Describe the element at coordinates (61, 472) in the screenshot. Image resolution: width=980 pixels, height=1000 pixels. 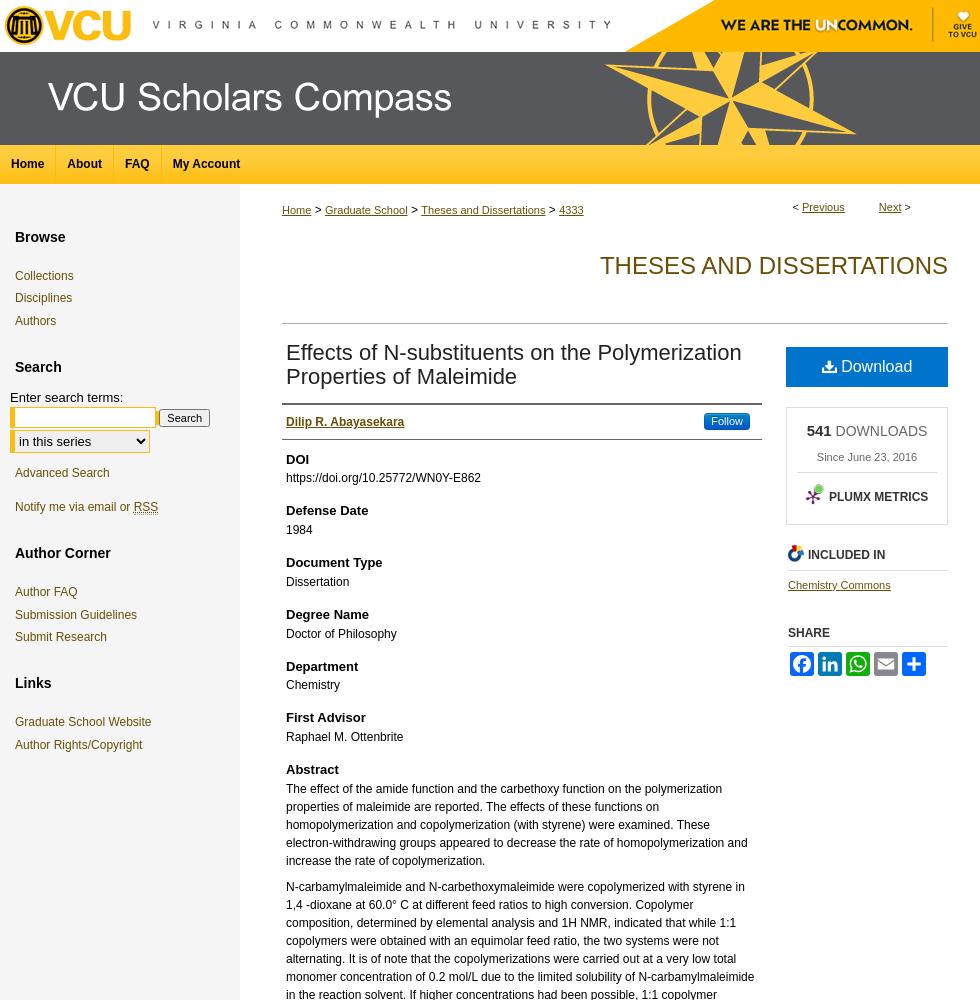
I see `'Advanced Search'` at that location.